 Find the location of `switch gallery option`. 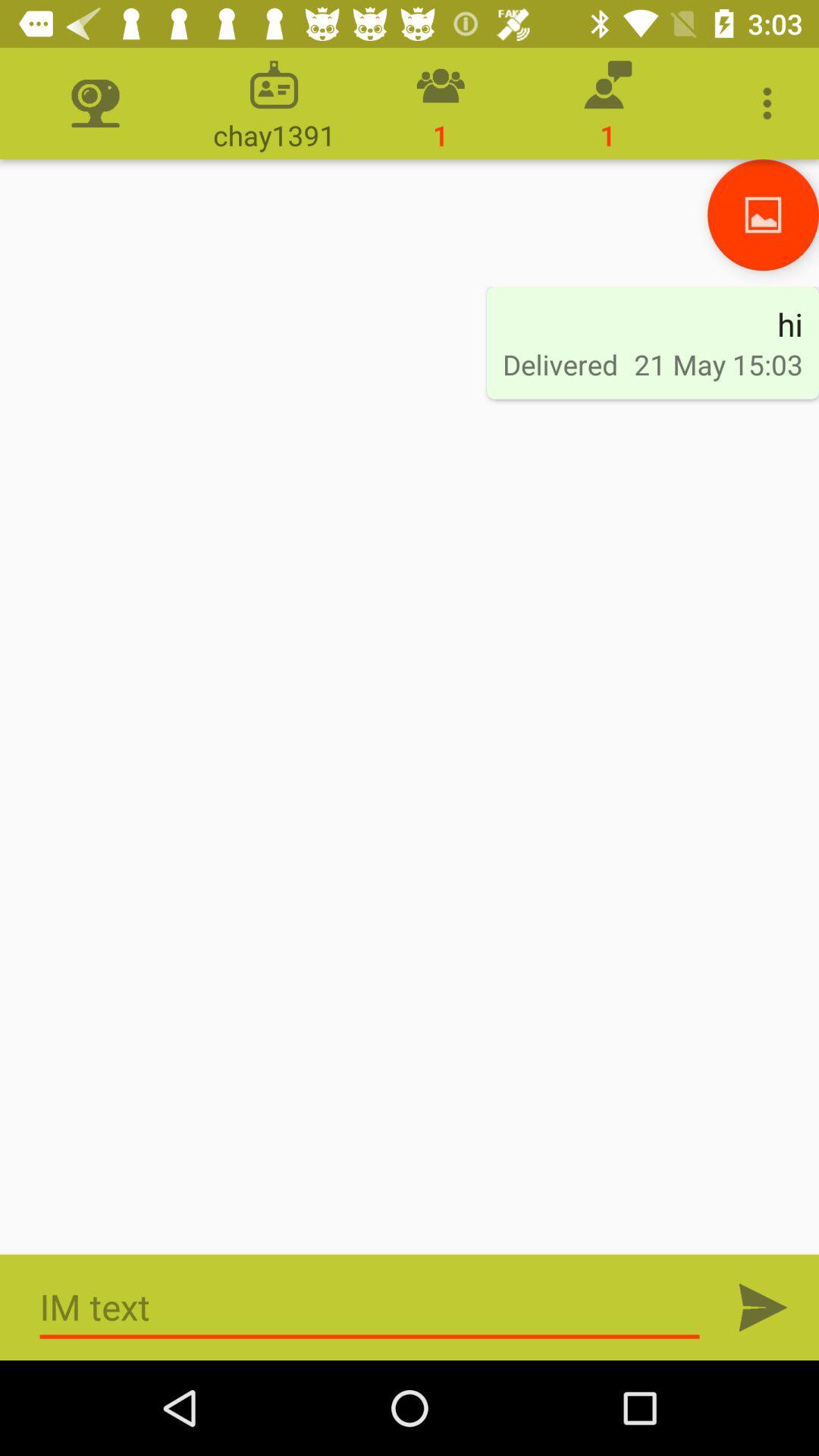

switch gallery option is located at coordinates (763, 214).